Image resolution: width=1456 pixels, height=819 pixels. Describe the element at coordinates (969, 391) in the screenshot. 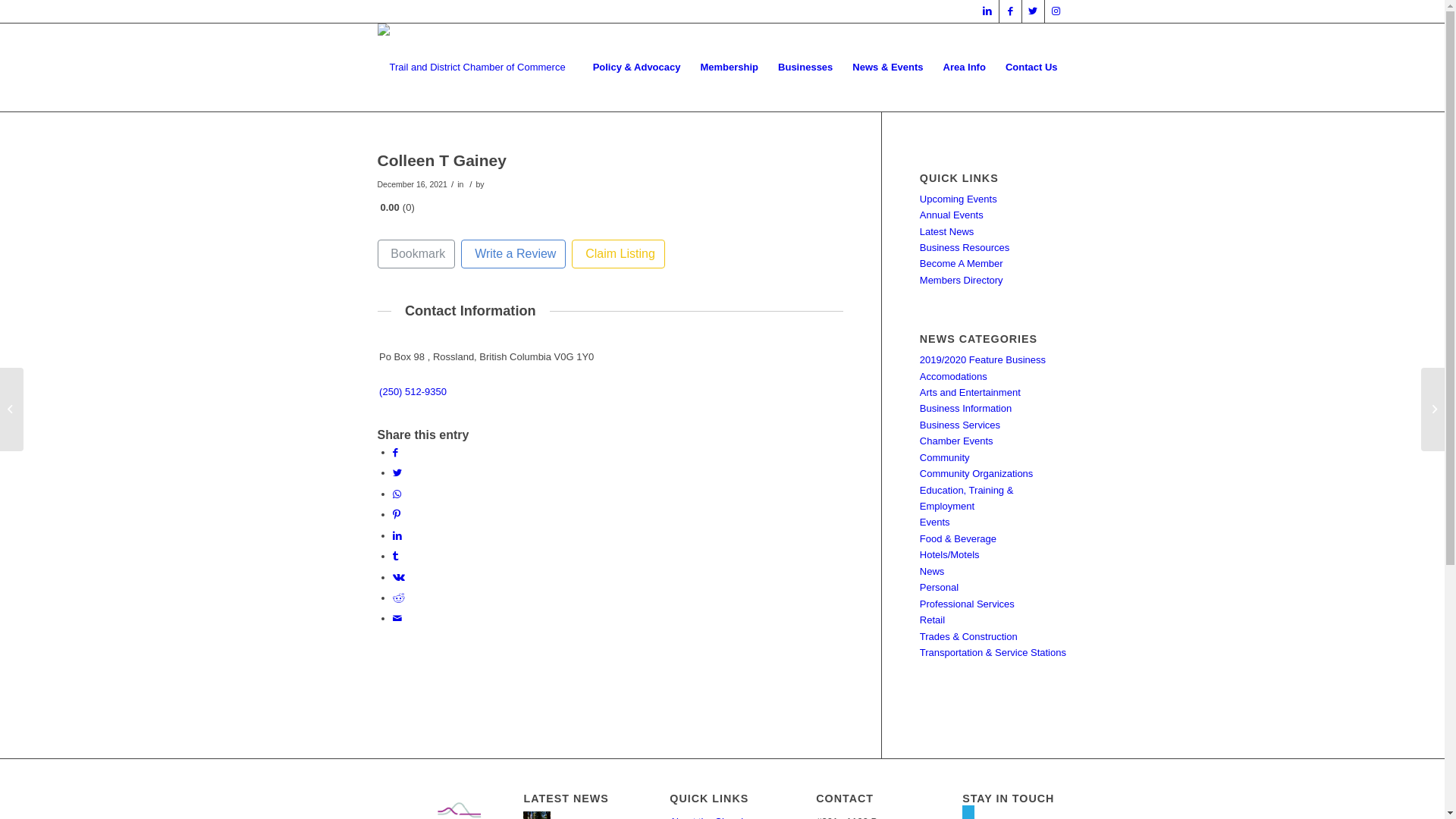

I see `'Arts and Entertainment'` at that location.